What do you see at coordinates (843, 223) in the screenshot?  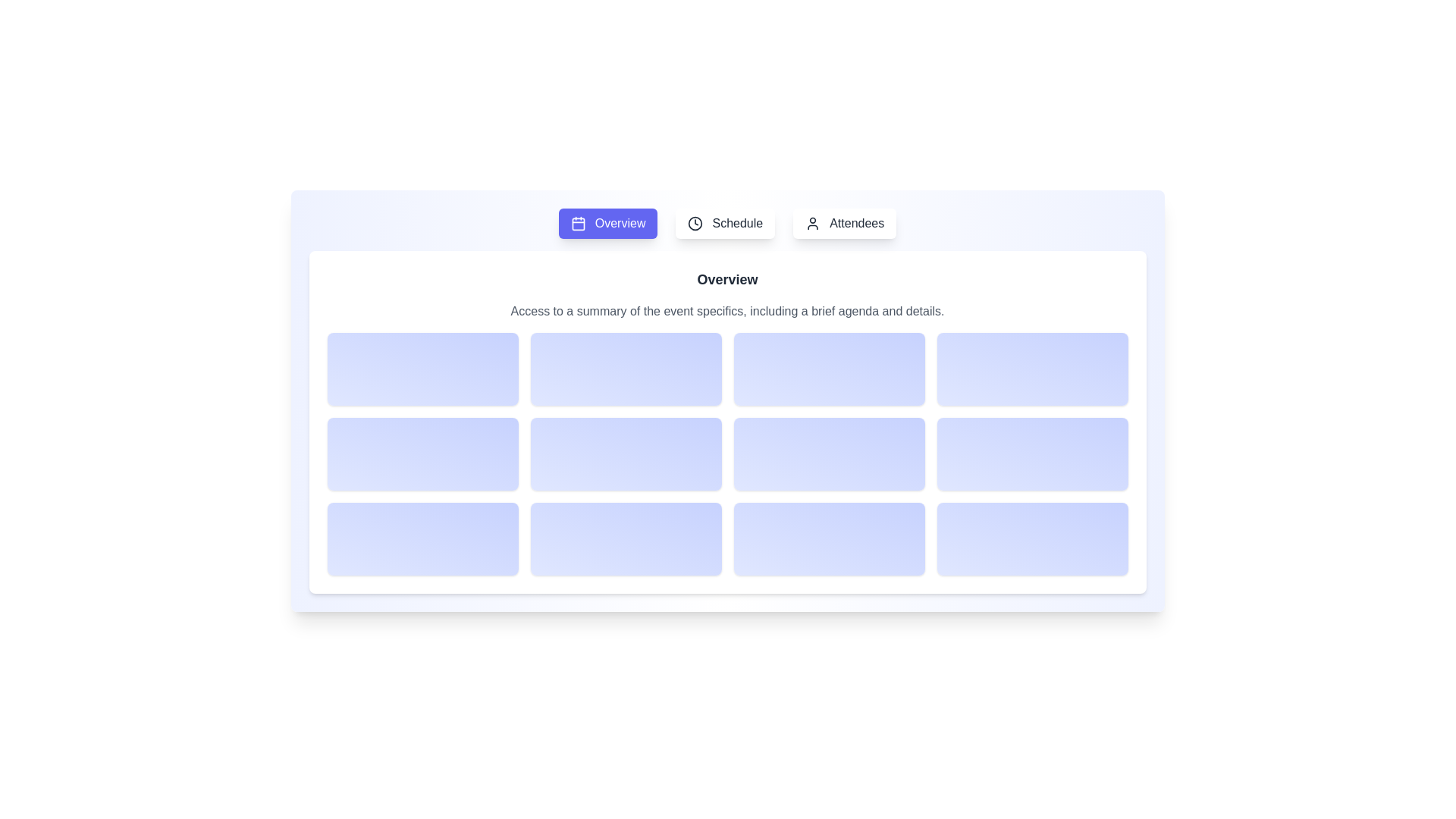 I see `the Attendees tab by clicking its button` at bounding box center [843, 223].